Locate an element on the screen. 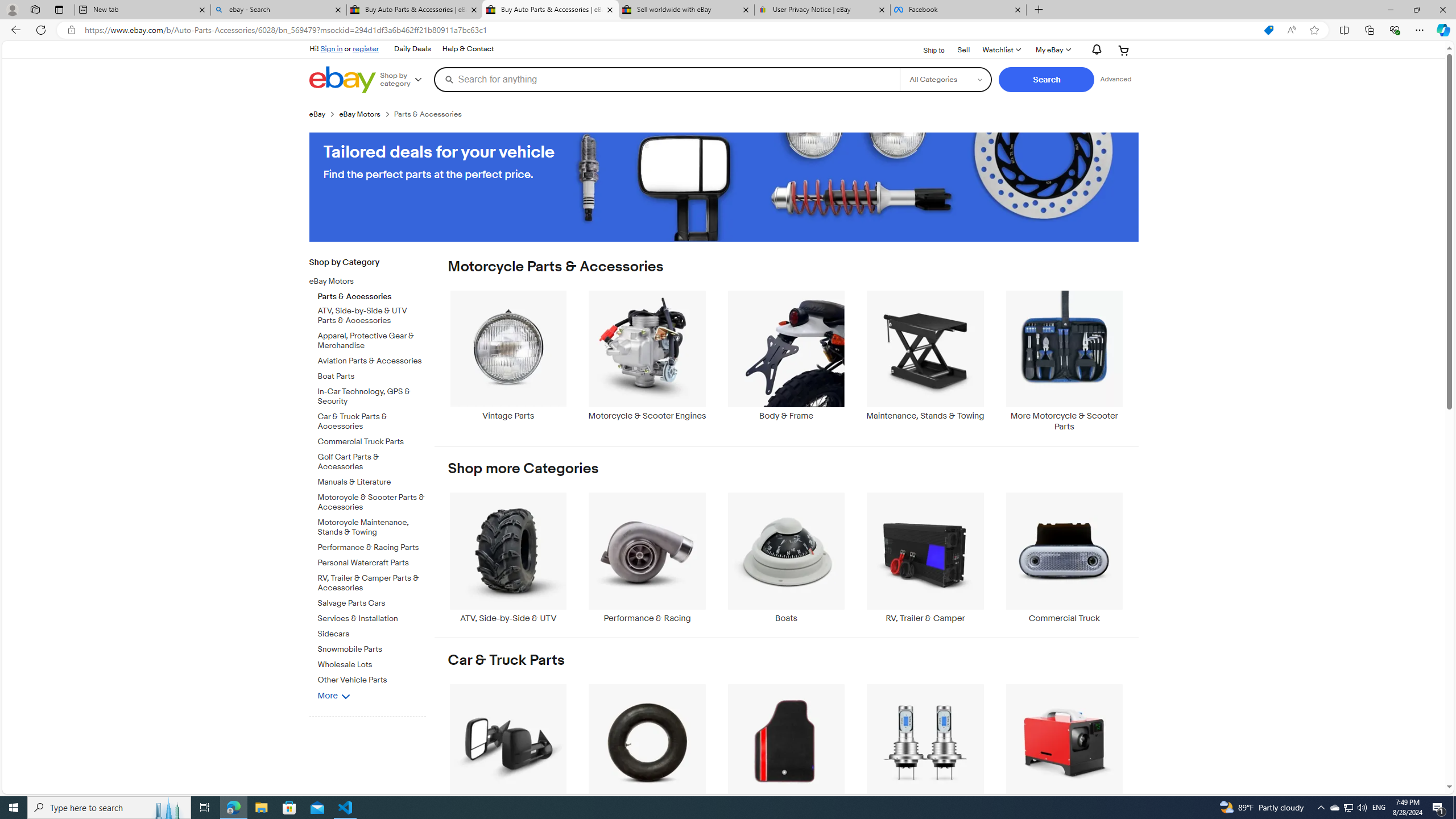 Image resolution: width=1456 pixels, height=819 pixels. 'Help & Contact' is located at coordinates (466, 48).